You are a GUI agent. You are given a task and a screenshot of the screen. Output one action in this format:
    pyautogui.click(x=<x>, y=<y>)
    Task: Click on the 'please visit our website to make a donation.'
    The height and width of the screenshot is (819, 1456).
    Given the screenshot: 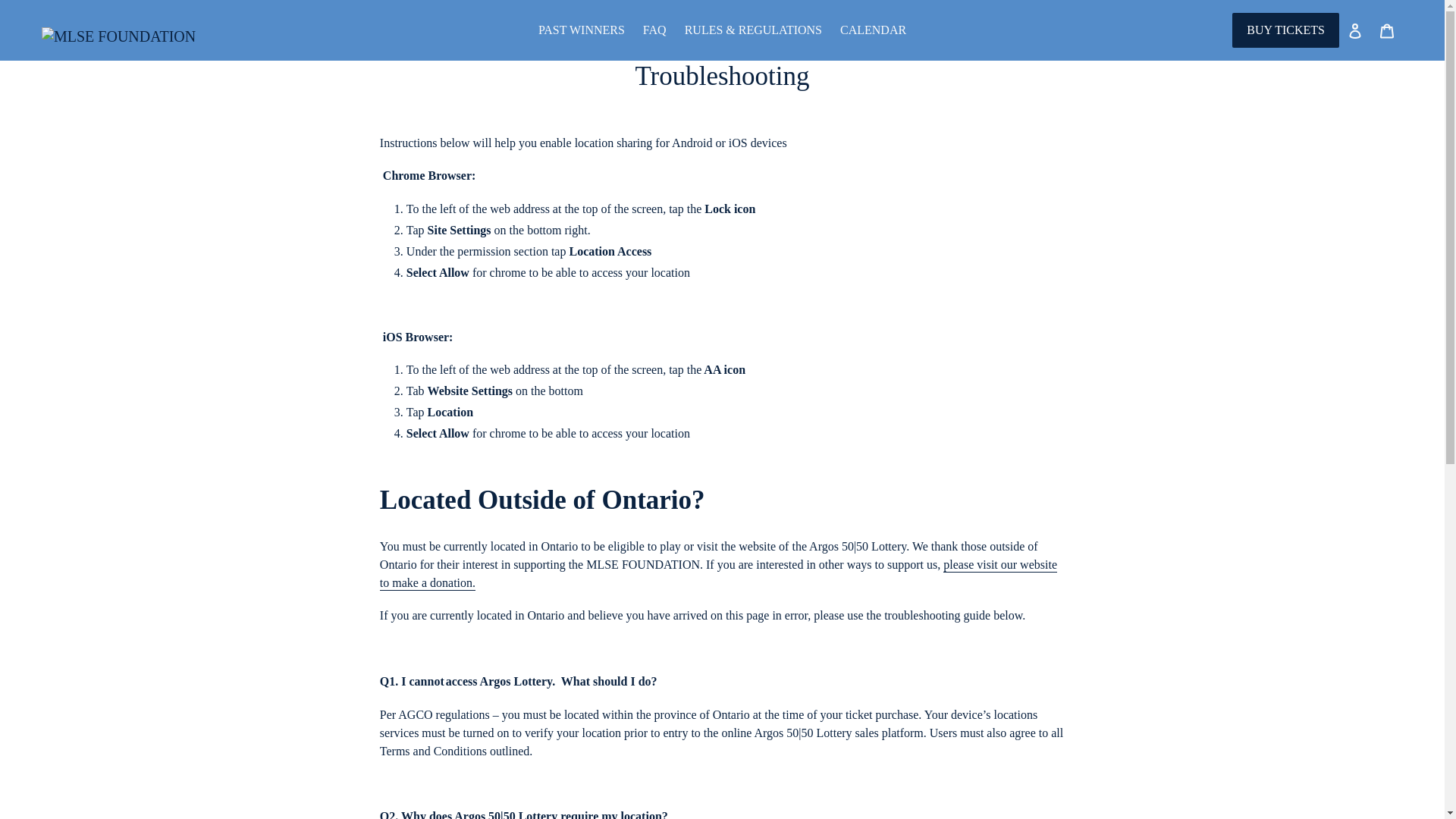 What is the action you would take?
    pyautogui.click(x=717, y=574)
    